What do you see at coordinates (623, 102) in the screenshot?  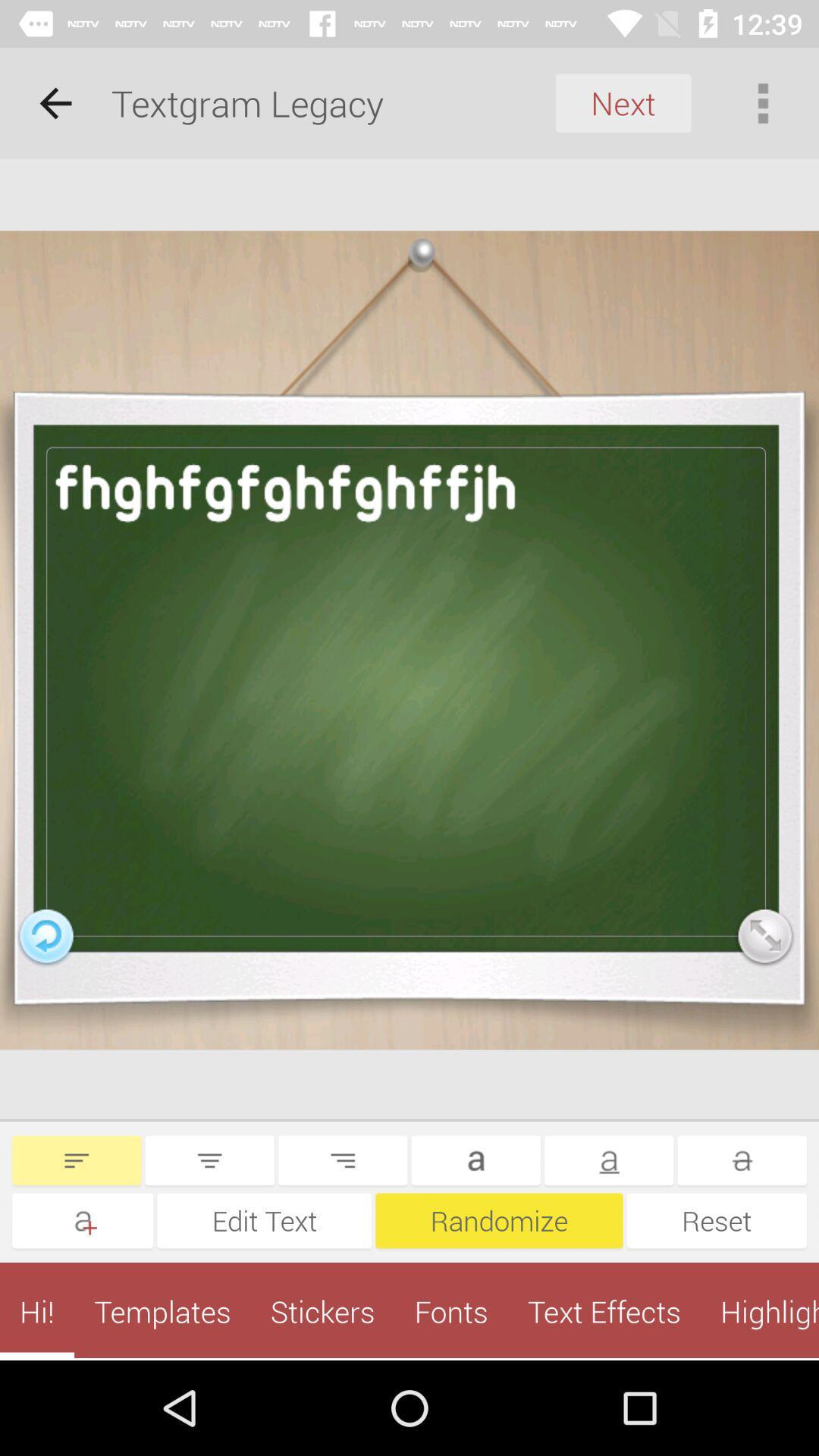 I see `the next icon` at bounding box center [623, 102].